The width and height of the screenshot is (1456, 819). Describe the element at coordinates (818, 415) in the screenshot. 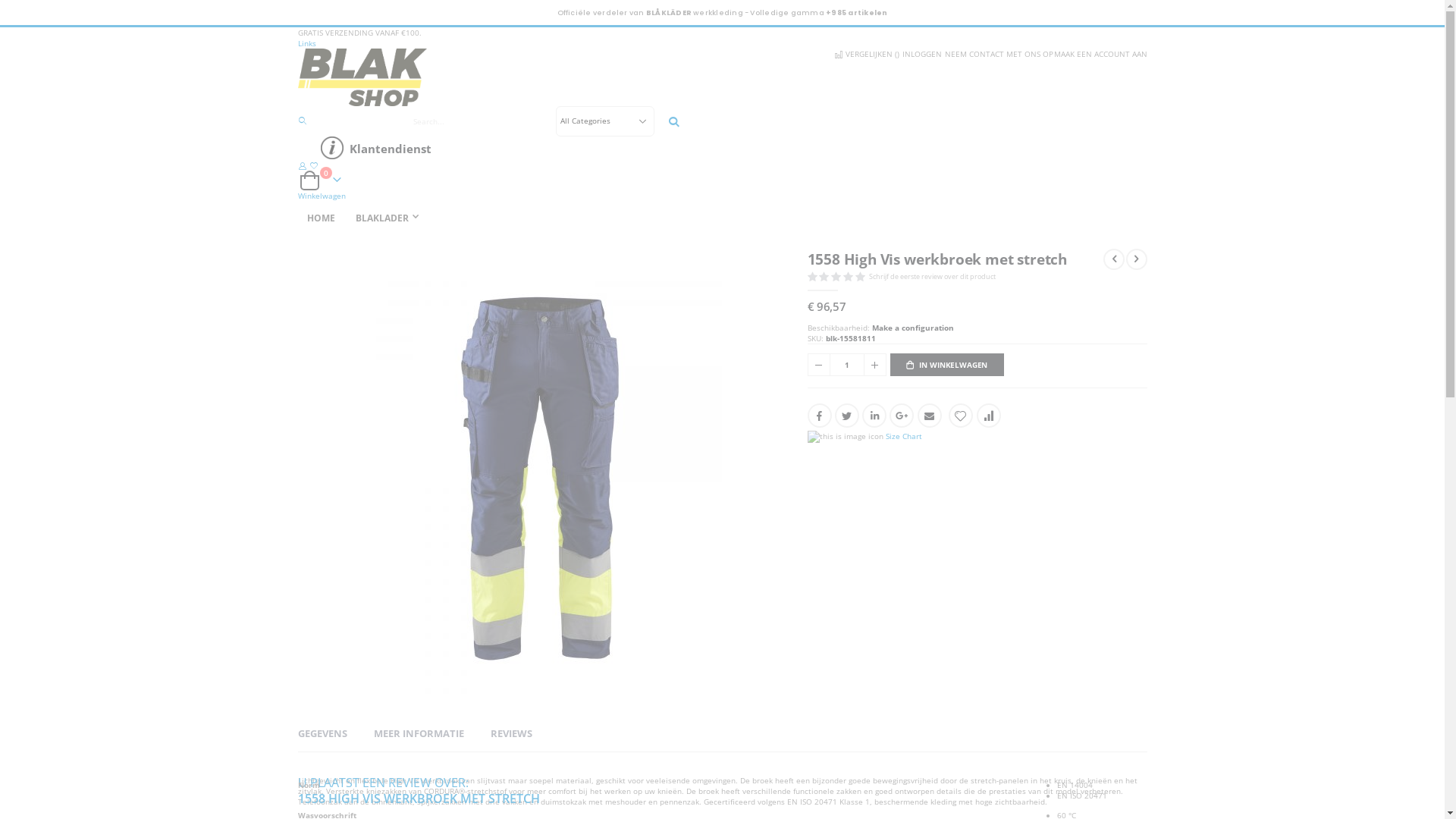

I see `'Facebook'` at that location.